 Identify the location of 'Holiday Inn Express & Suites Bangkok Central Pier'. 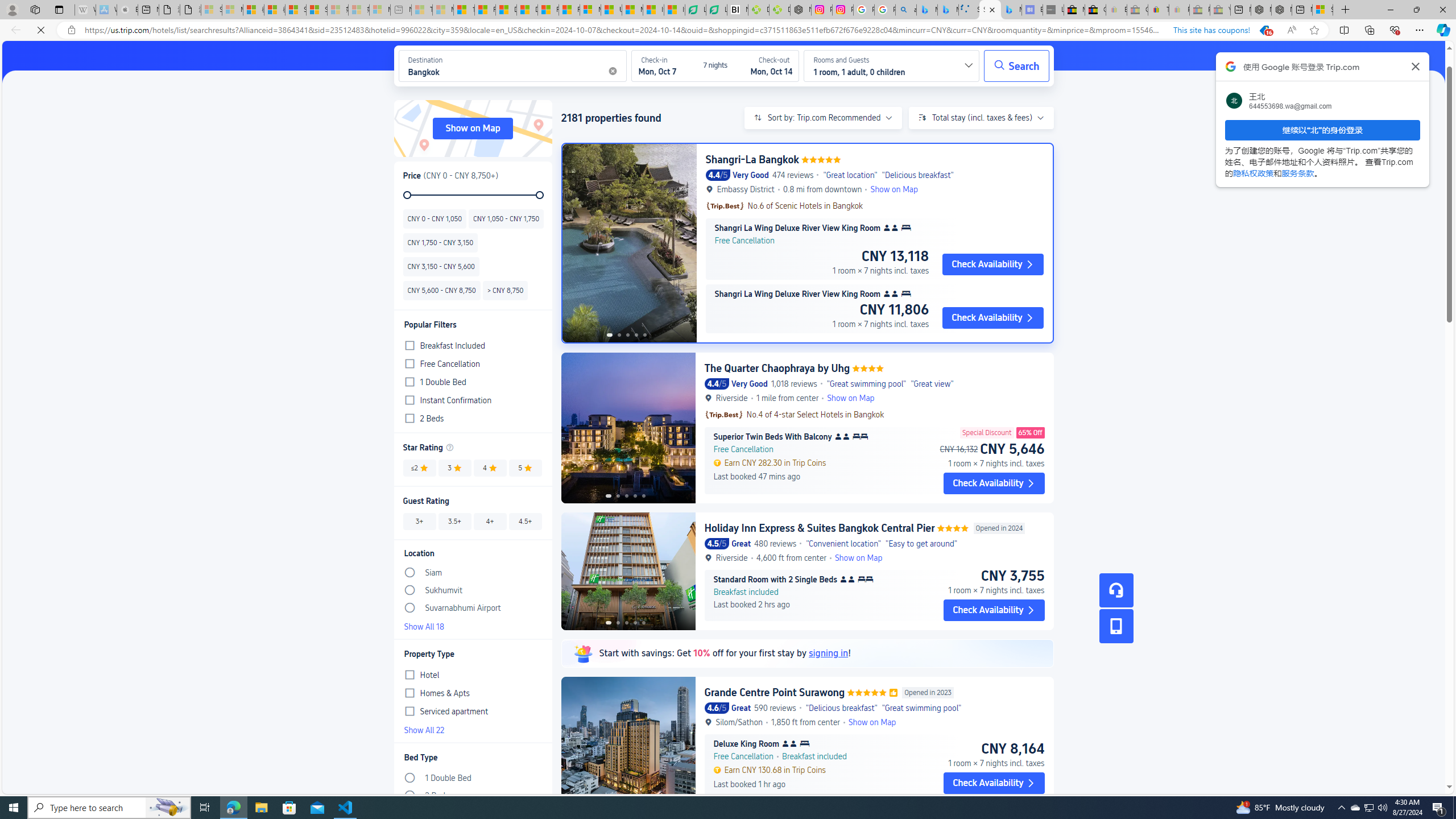
(819, 527).